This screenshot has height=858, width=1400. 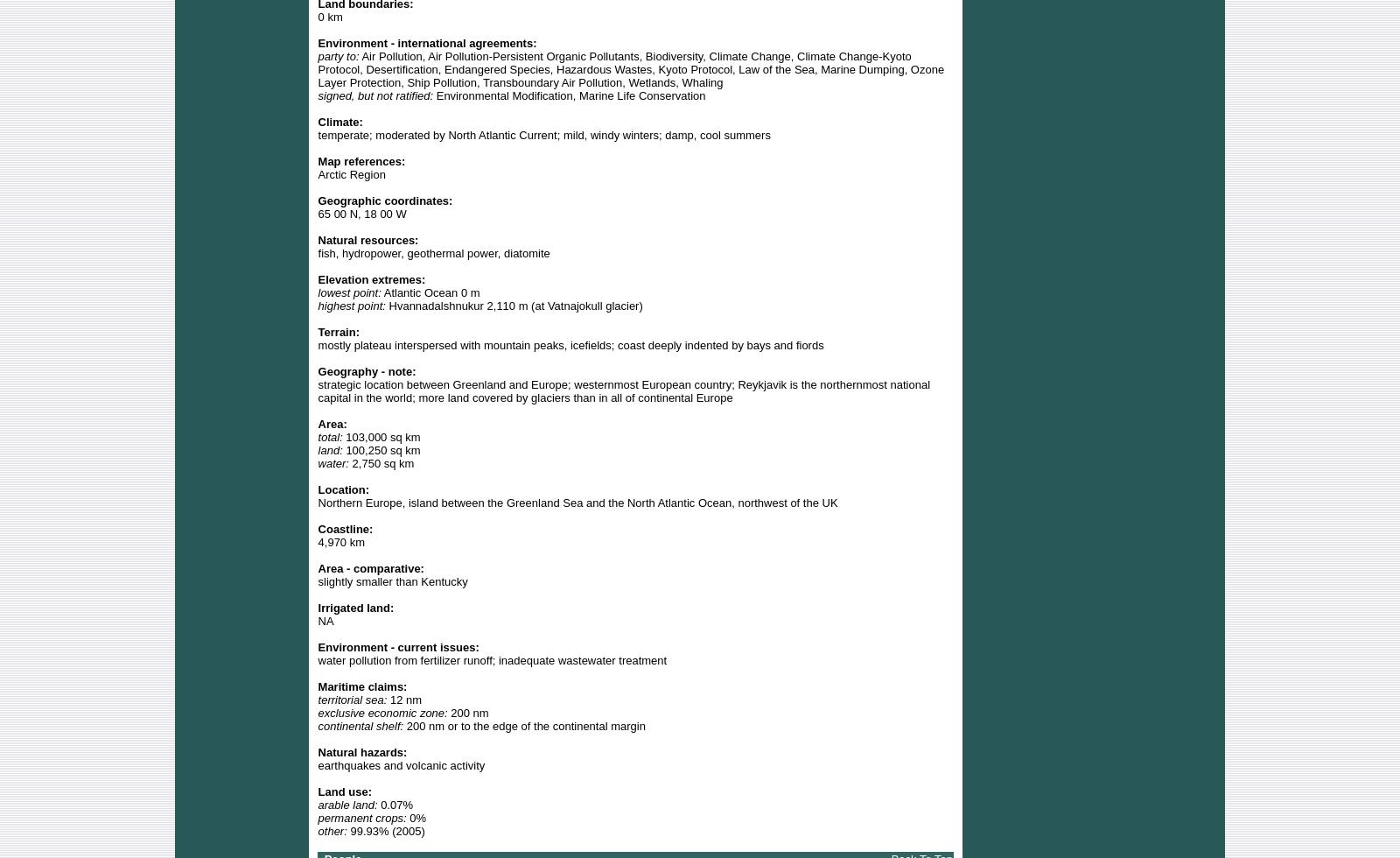 What do you see at coordinates (318, 436) in the screenshot?
I see `'total:'` at bounding box center [318, 436].